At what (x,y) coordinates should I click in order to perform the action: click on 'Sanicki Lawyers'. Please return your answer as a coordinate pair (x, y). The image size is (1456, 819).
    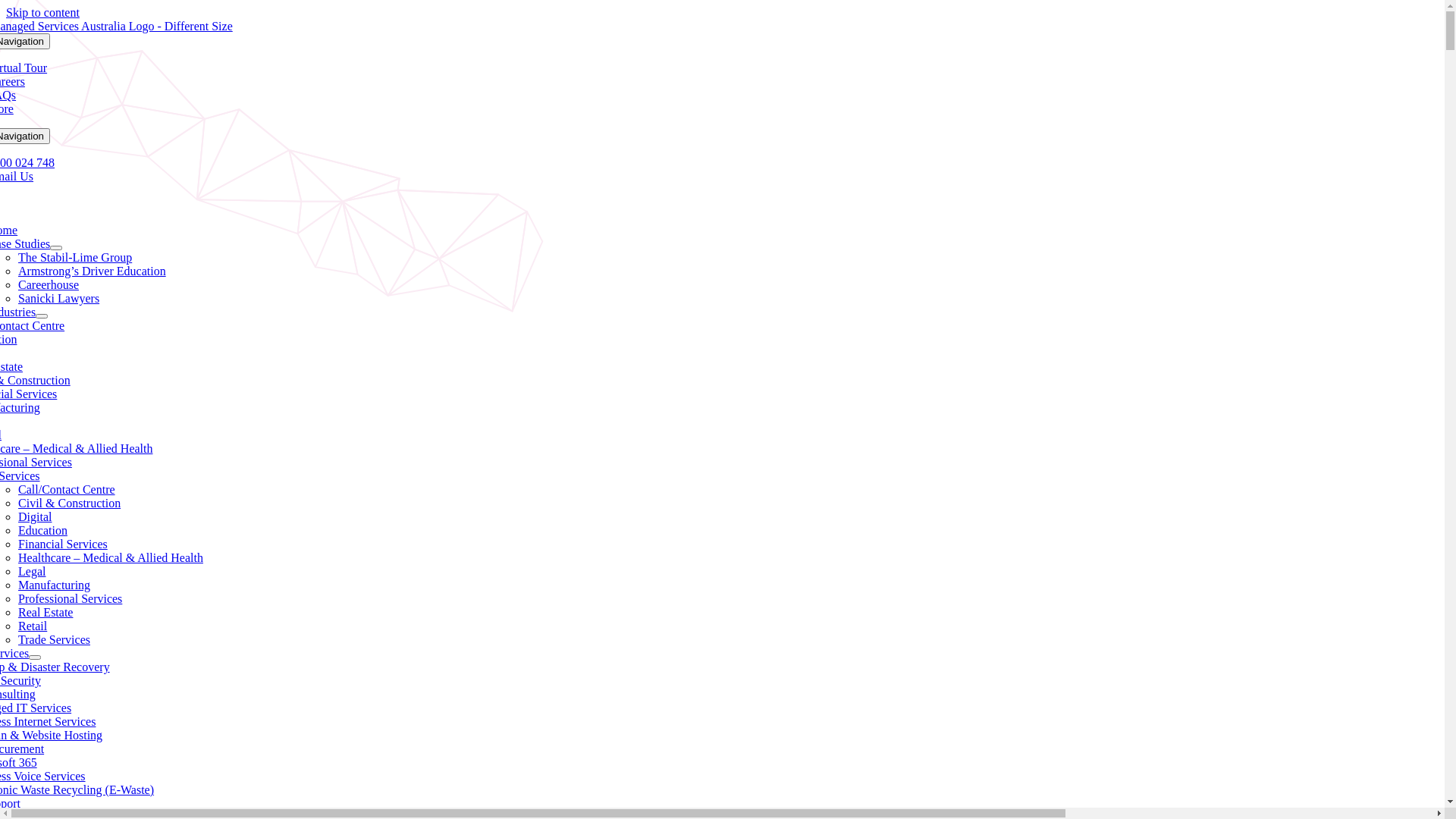
    Looking at the image, I should click on (58, 298).